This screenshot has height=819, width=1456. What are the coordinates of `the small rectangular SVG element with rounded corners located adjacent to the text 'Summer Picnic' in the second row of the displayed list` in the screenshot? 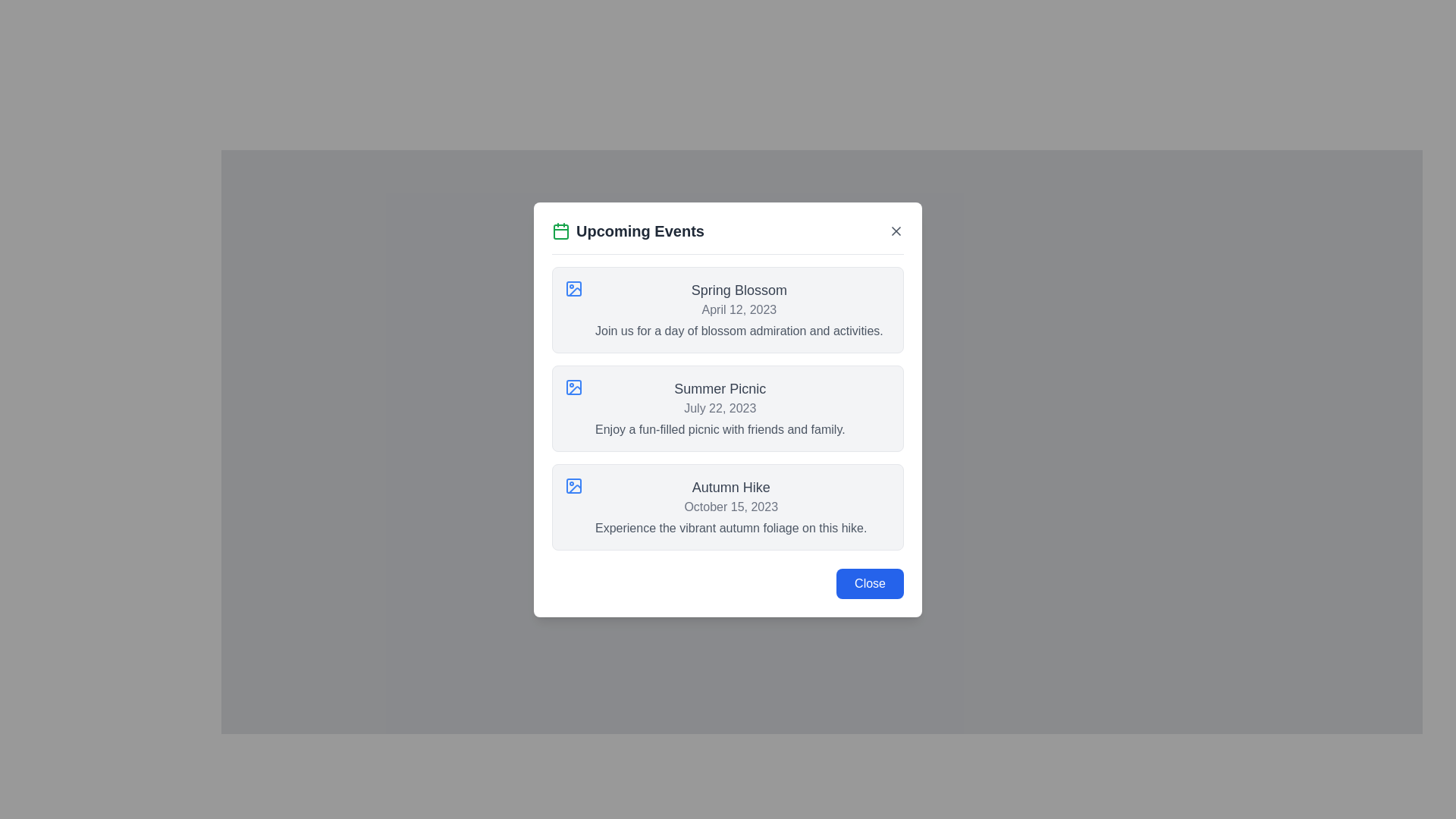 It's located at (573, 386).